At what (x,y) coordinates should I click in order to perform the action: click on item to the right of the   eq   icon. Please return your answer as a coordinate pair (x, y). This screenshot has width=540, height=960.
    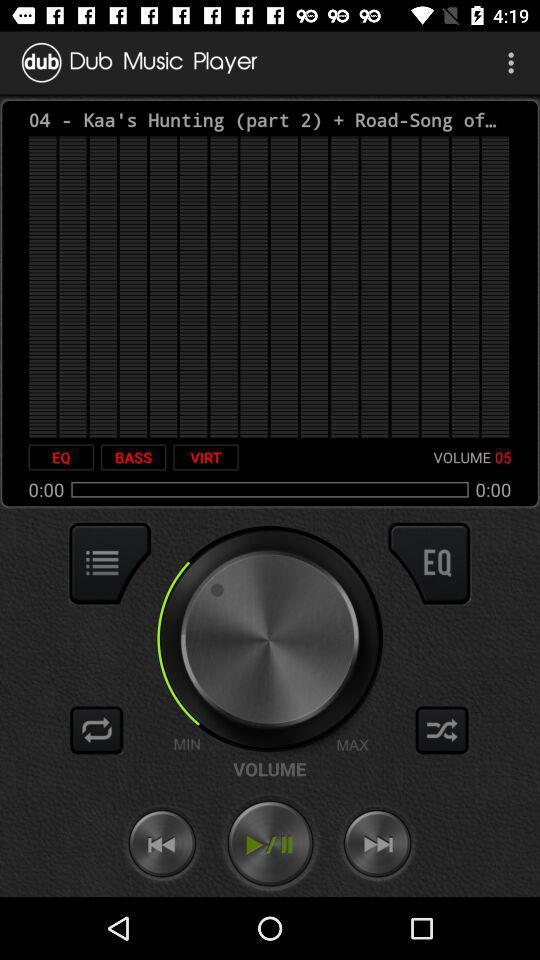
    Looking at the image, I should click on (133, 457).